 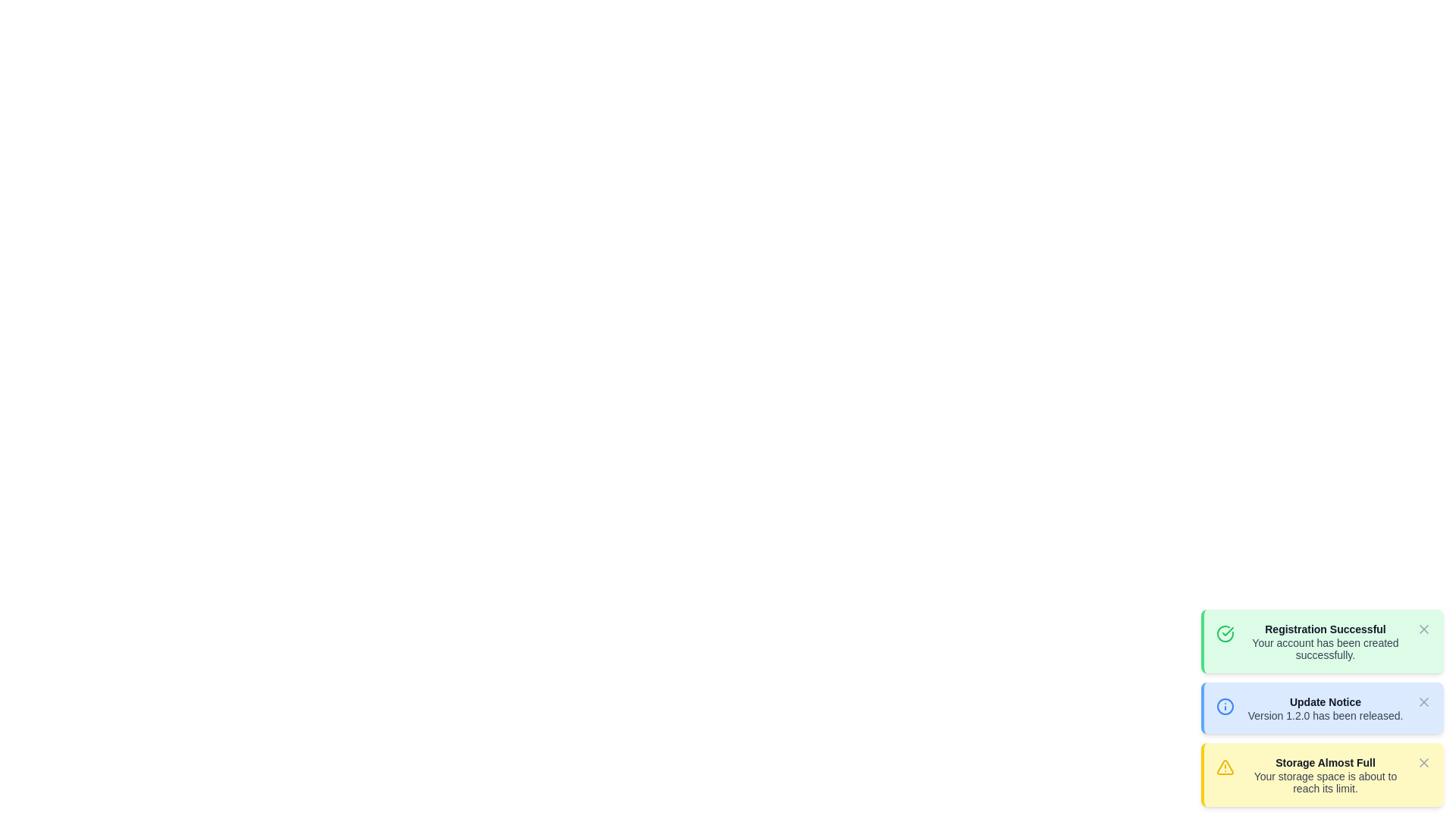 I want to click on the circular icon with a blue border and central vertical line and dot, located within the 'Update Notice' notification card under the 'Registration Successful' card, so click(x=1225, y=707).